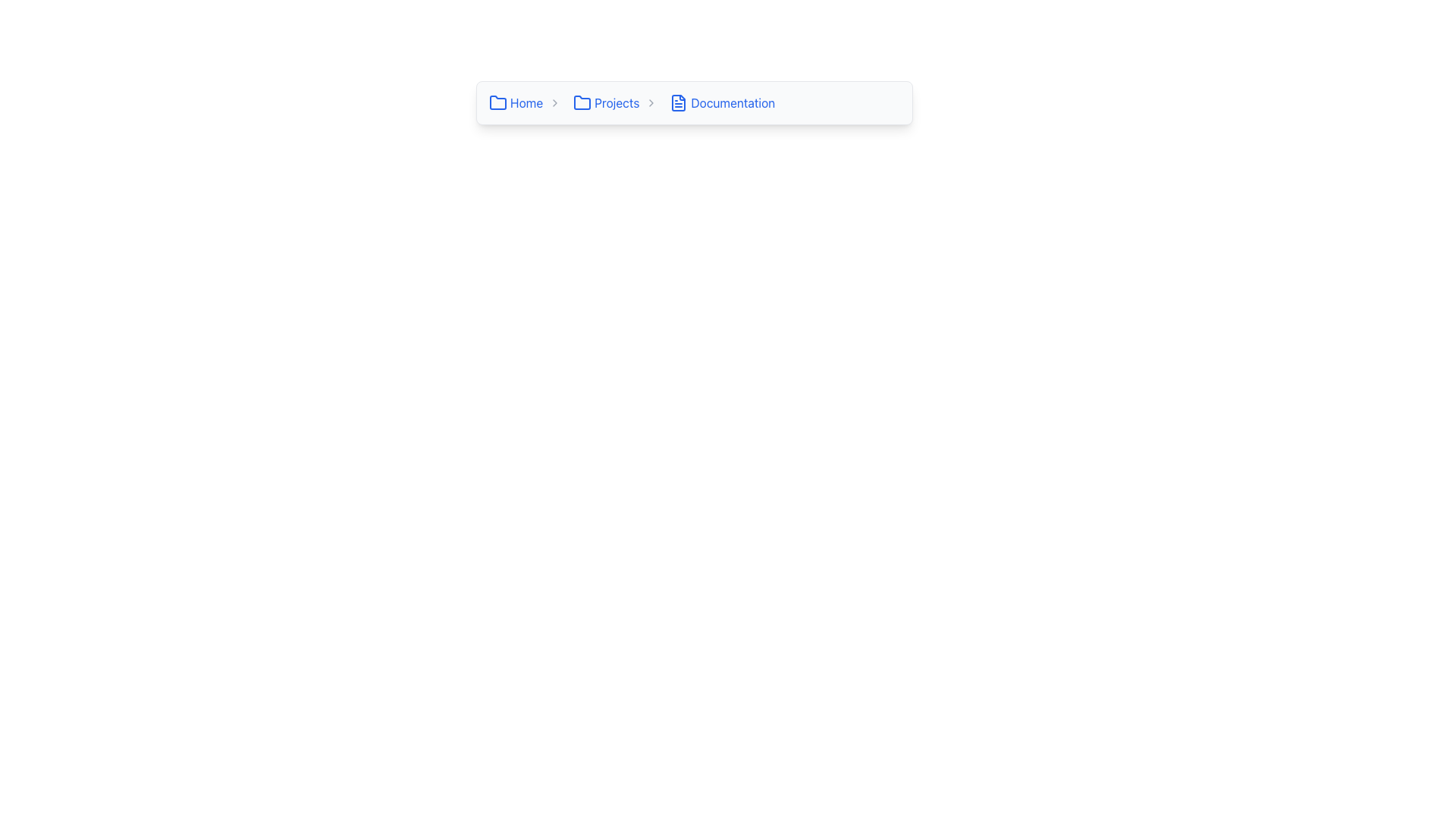 The width and height of the screenshot is (1456, 819). Describe the element at coordinates (678, 102) in the screenshot. I see `the blue file document icon in the breadcrumb navigation bar, which is positioned before the 'Documentation' label` at that location.